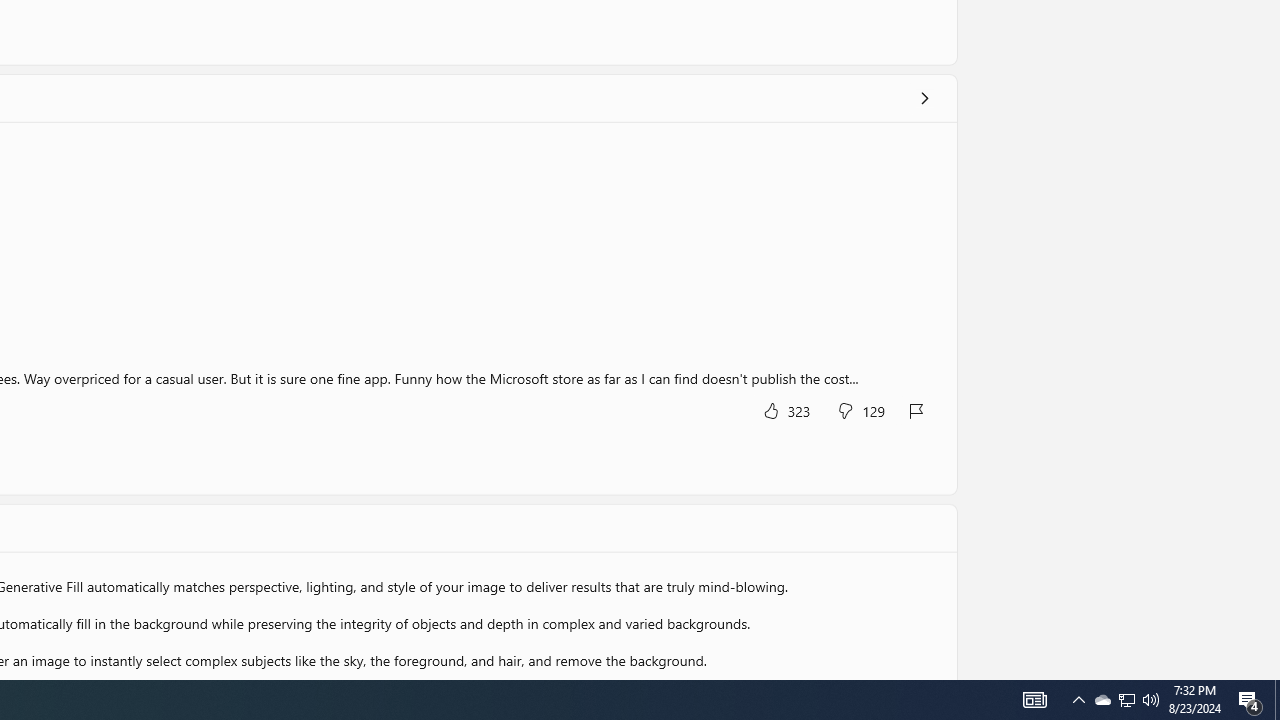 The height and width of the screenshot is (720, 1280). Describe the element at coordinates (784, 409) in the screenshot. I see `'Yes, this was helpful. 323 votes.'` at that location.